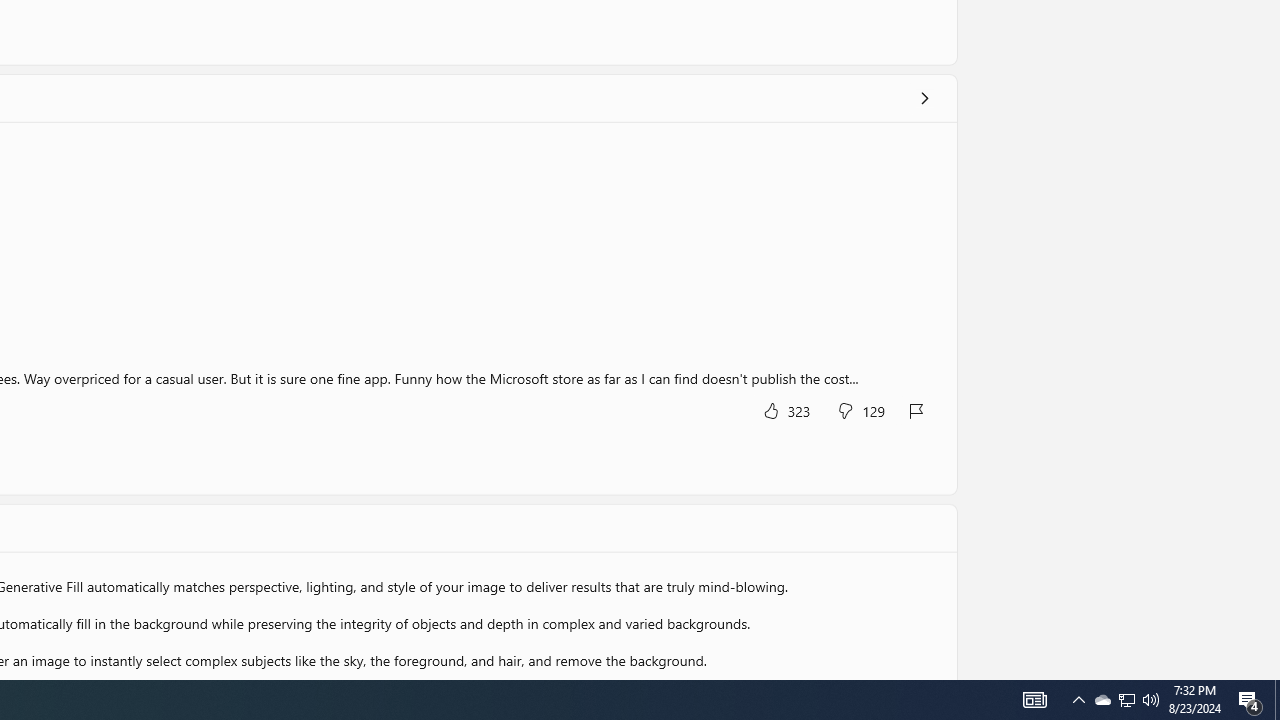 The height and width of the screenshot is (720, 1280). Describe the element at coordinates (784, 409) in the screenshot. I see `'Yes, this was helpful. 323 votes.'` at that location.